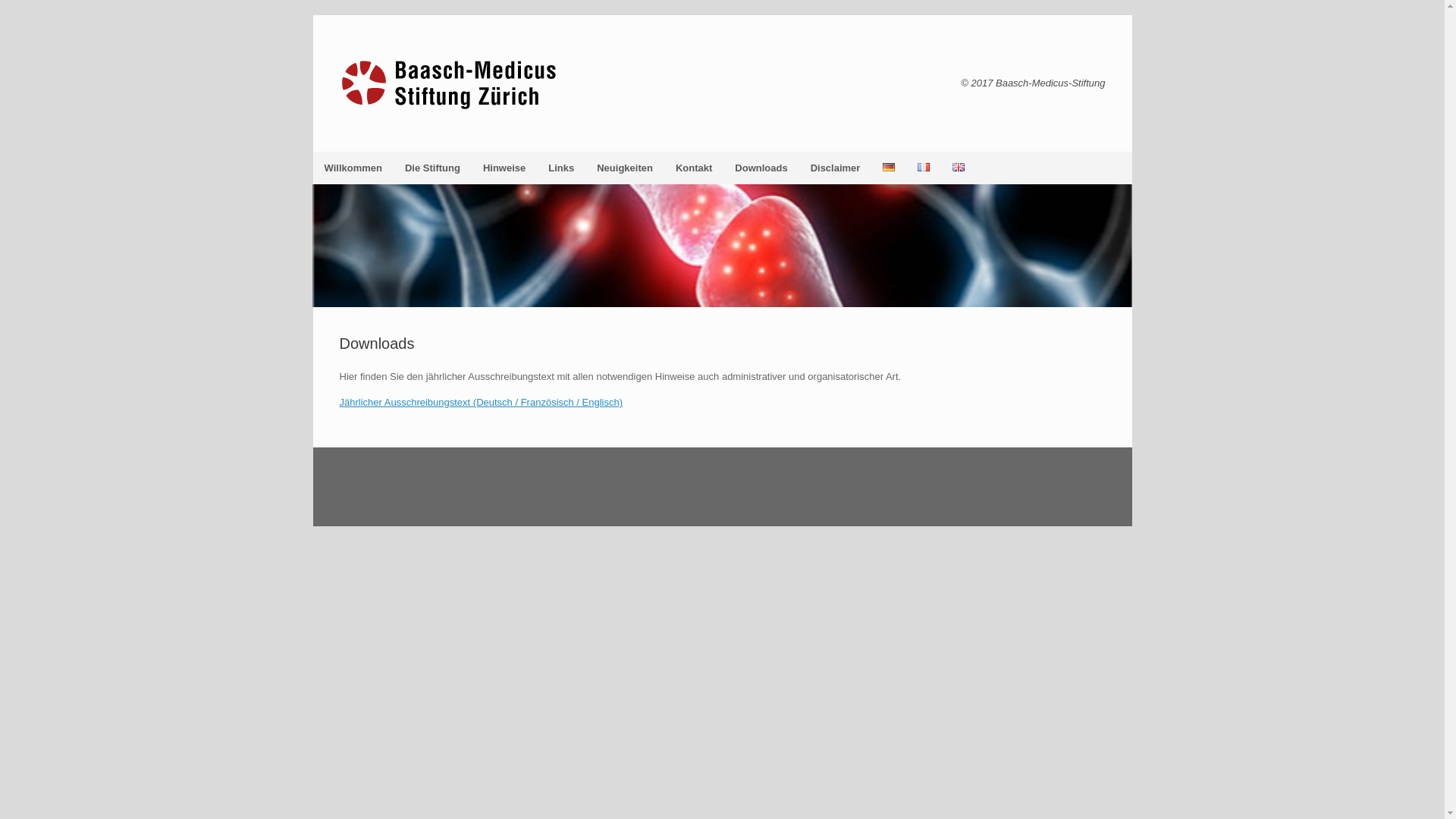 This screenshot has width=1456, height=819. I want to click on 'Kontakt', so click(693, 168).